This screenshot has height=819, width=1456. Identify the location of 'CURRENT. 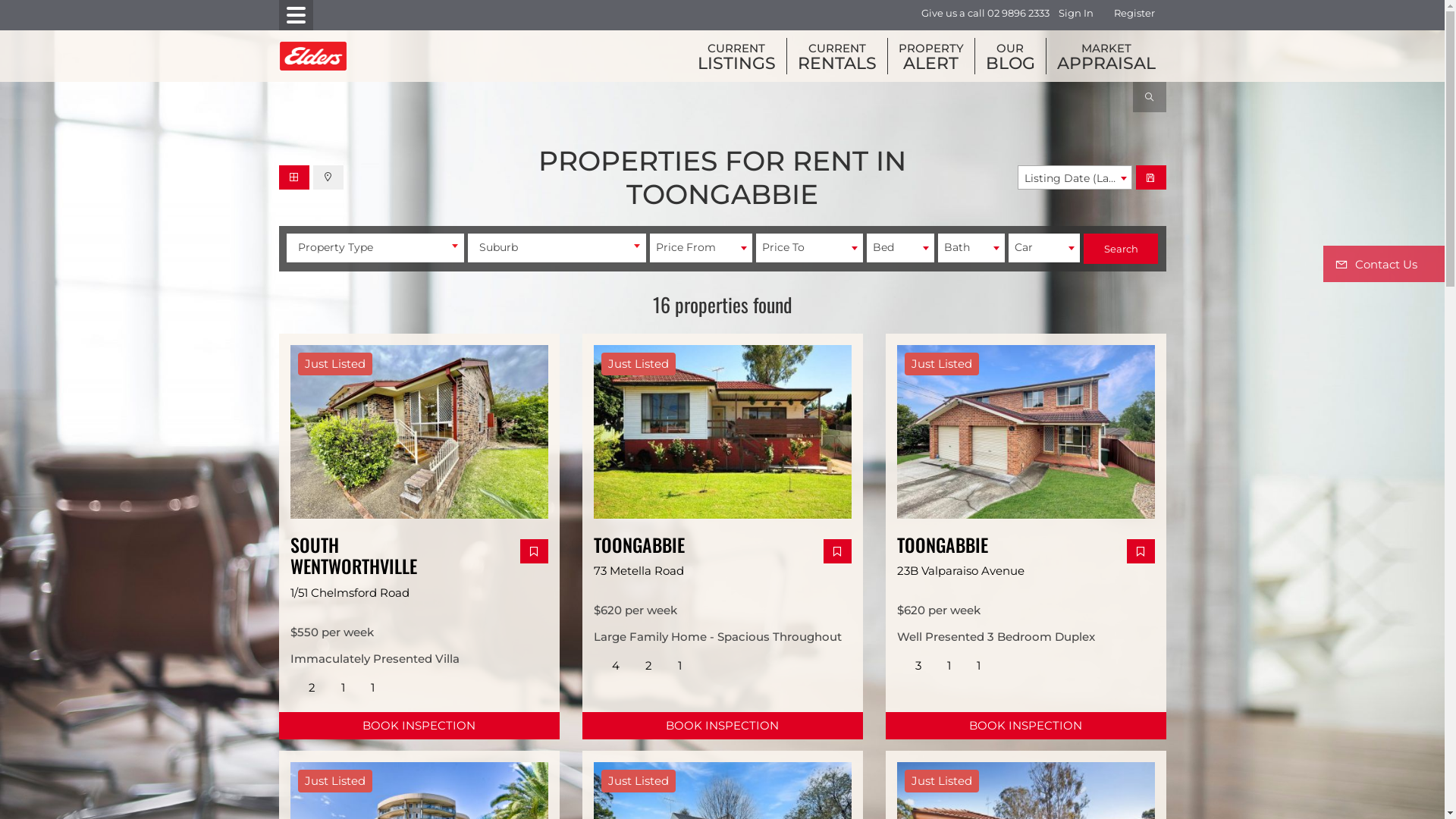
(736, 55).